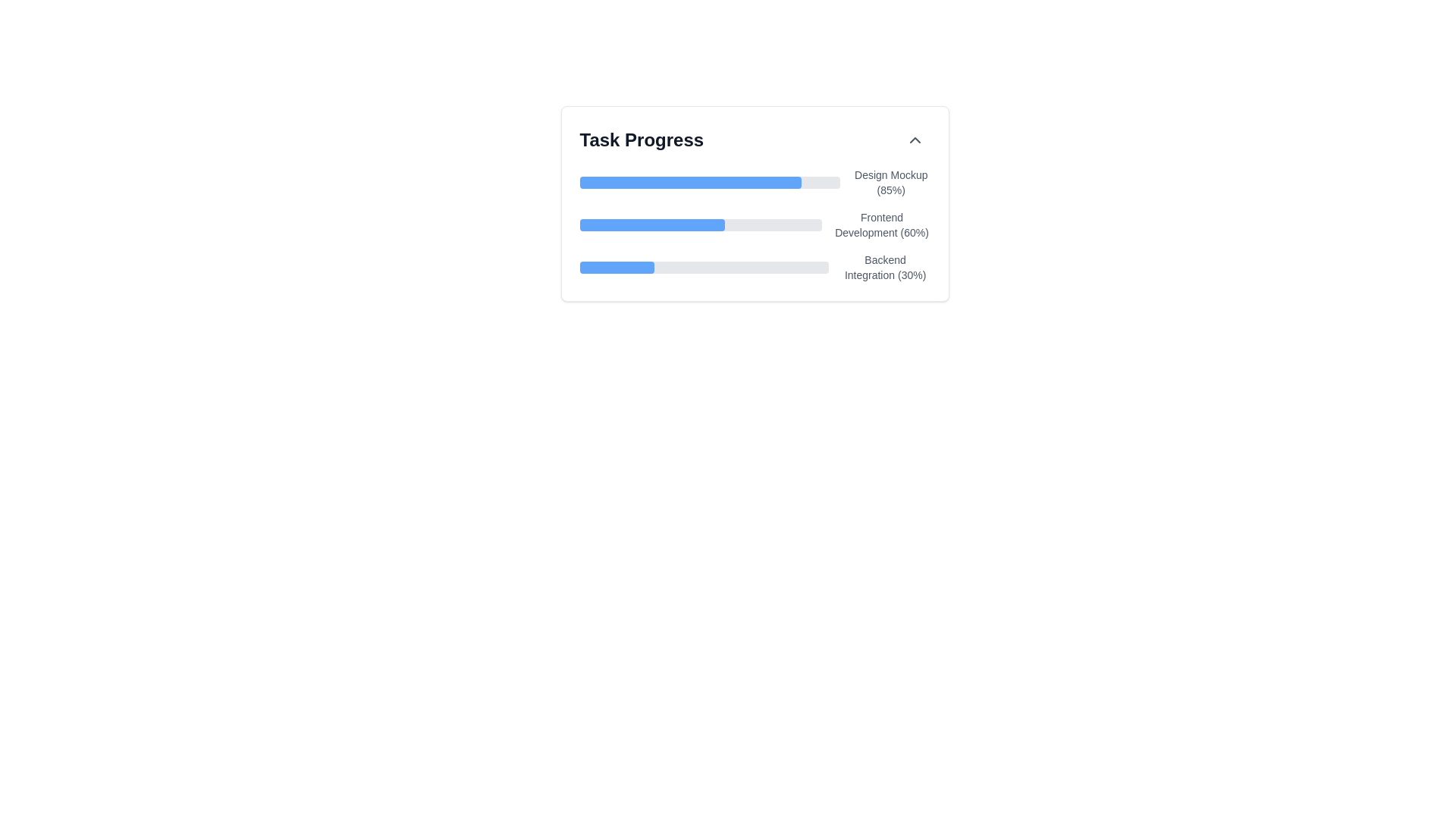 This screenshot has height=819, width=1456. I want to click on the progress bar indicating 'Frontend Development (60%)', which is the second progress bar in the list and is positioned between 'Design Mockup (85%)' above and 'Backend Integration (30%)' below, so click(700, 225).